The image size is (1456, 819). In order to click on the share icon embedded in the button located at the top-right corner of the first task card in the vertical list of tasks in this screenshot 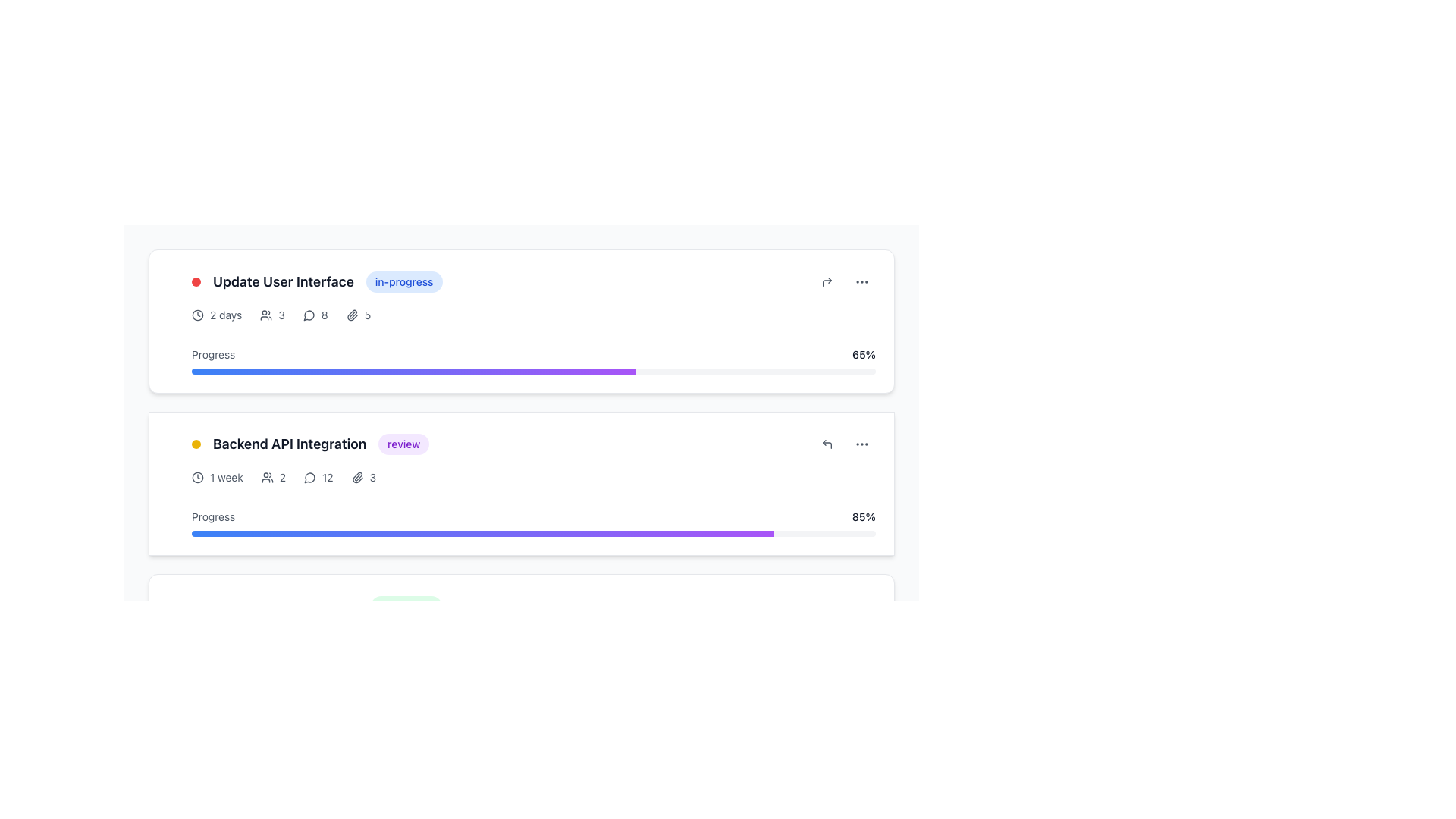, I will do `click(826, 281)`.